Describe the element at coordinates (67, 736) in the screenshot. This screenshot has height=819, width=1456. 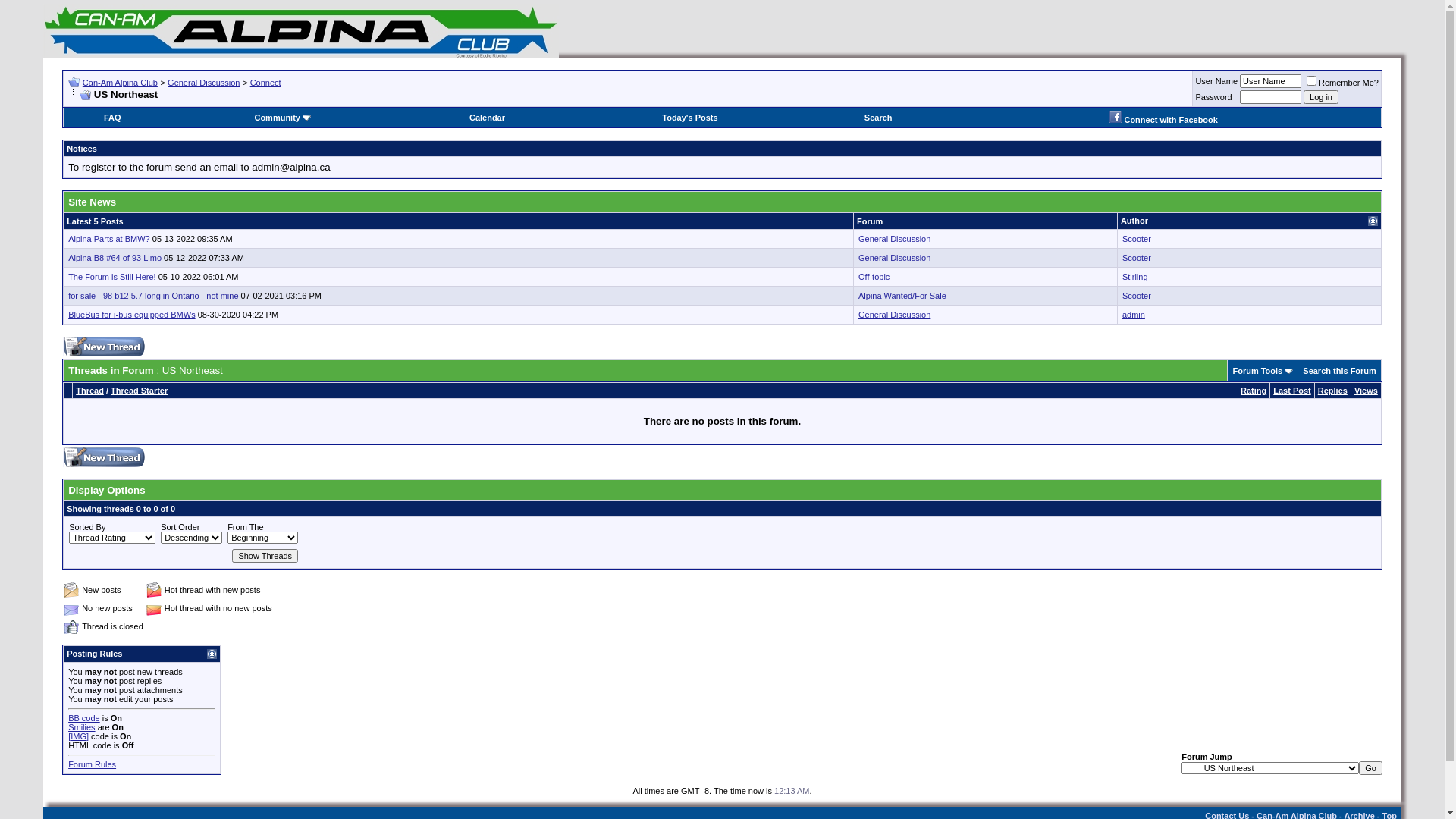
I see `'[IMG]'` at that location.